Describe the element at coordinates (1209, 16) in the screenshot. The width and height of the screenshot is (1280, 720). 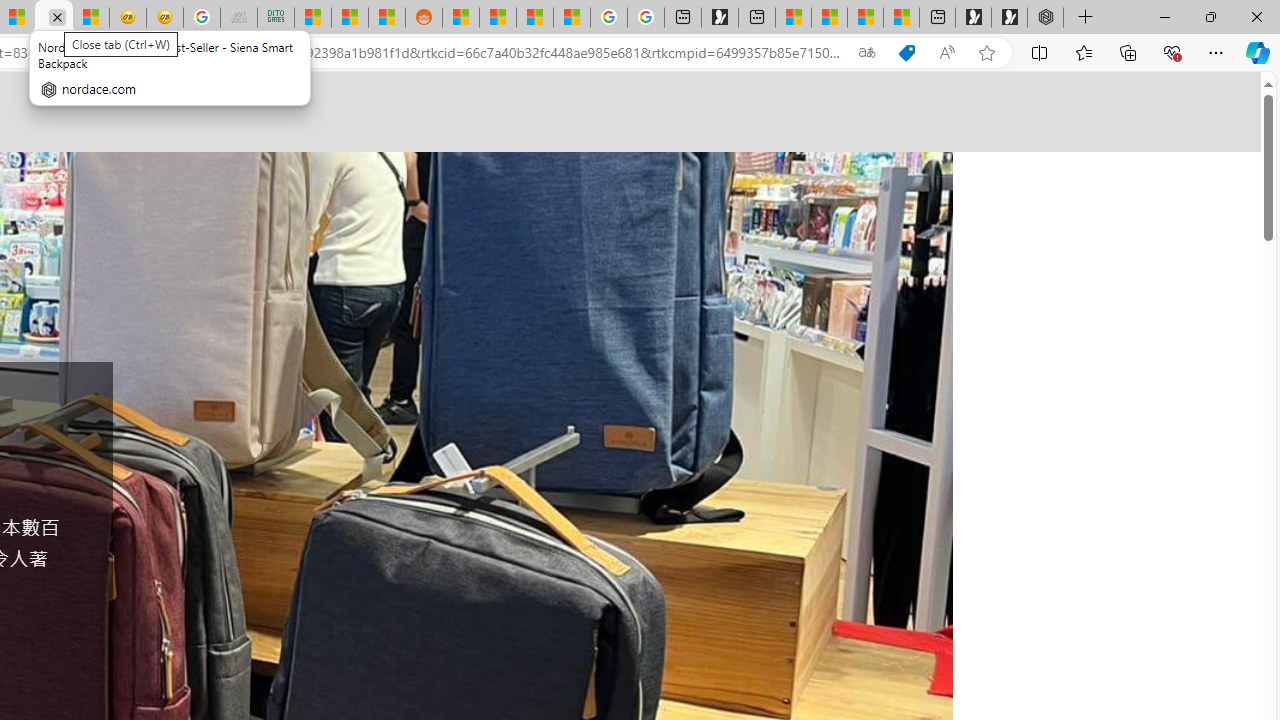
I see `'Restore'` at that location.